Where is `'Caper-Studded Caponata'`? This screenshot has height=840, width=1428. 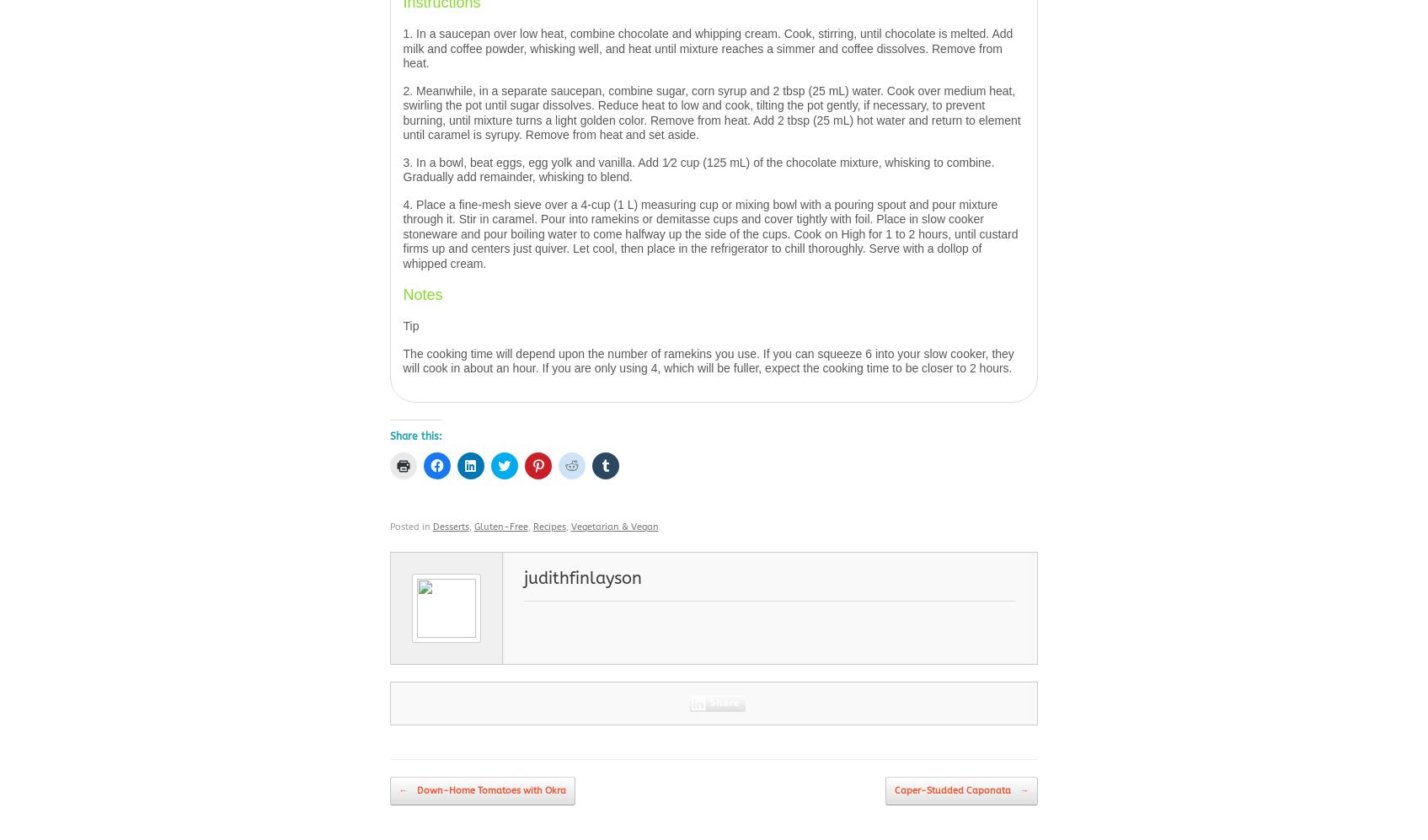
'Caper-Studded Caponata' is located at coordinates (953, 790).